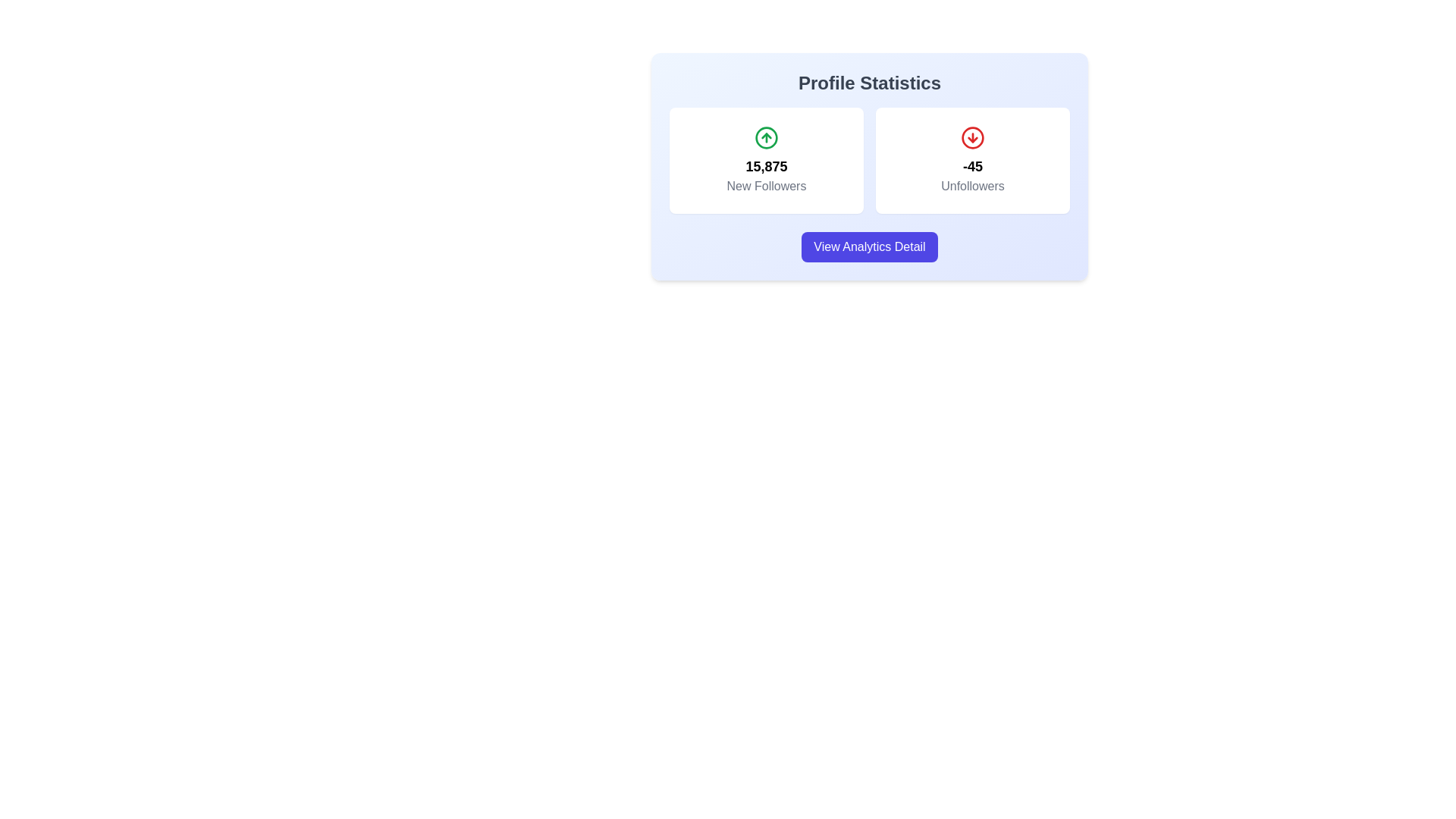 This screenshot has width=1456, height=819. I want to click on the button located at the bottom of the 'Profile Statistics' section, which is intended, so click(870, 246).